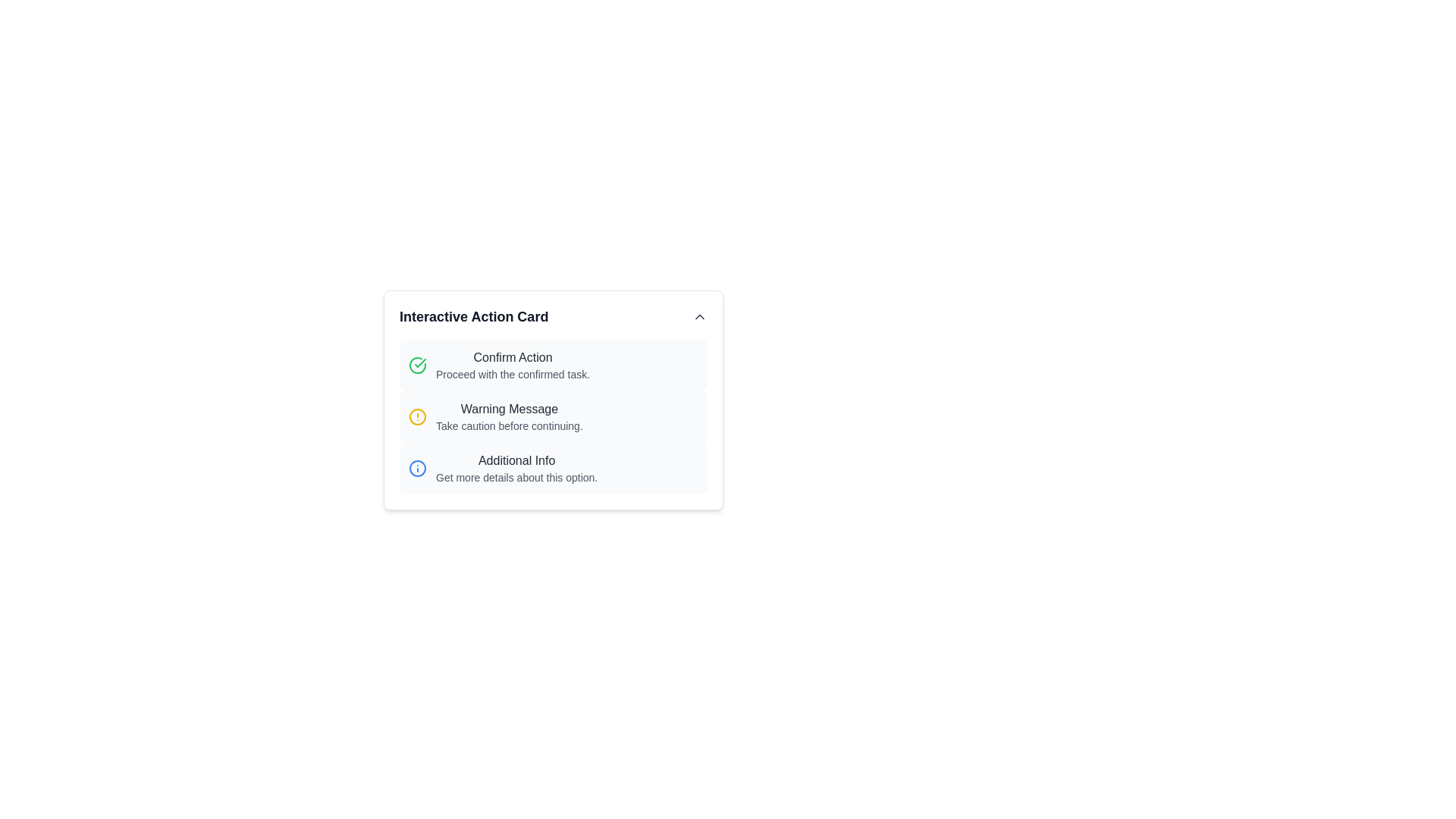 Image resolution: width=1456 pixels, height=819 pixels. I want to click on the text label styled in gray with the text 'Get more details about this option.' located below the 'Additional Info' header in the 'Interactive Action Card', so click(516, 476).